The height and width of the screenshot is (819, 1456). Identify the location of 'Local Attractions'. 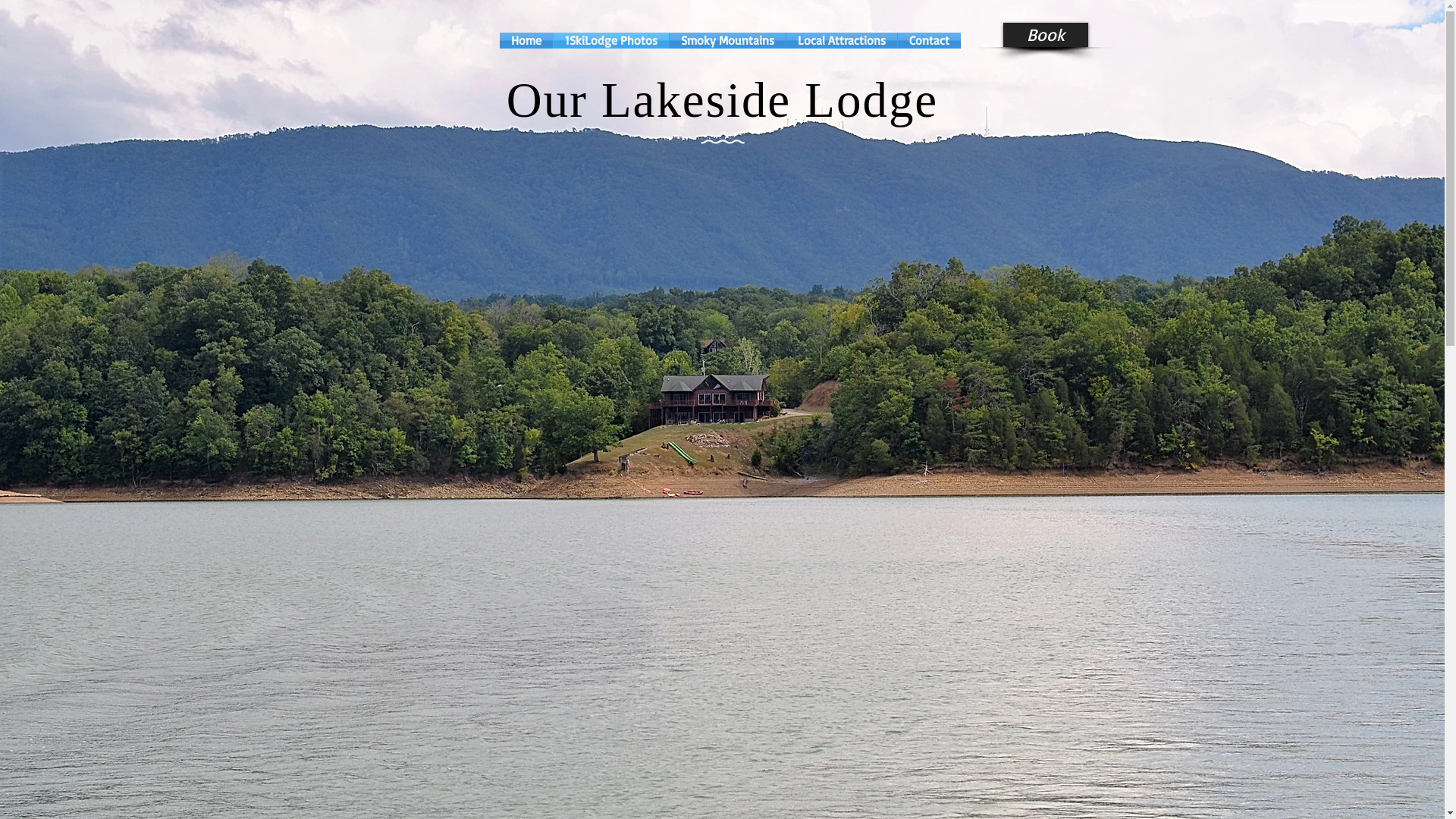
(839, 39).